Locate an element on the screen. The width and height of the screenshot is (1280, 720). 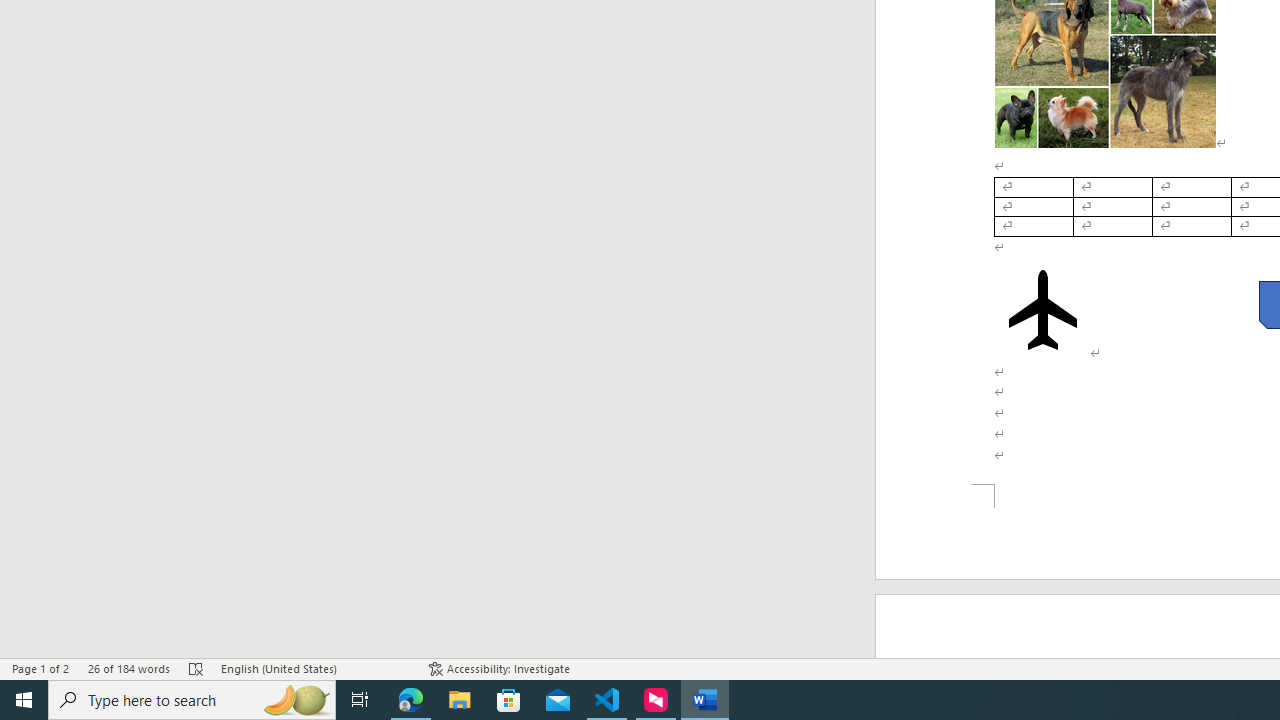
'Spelling and Grammar Check Errors' is located at coordinates (196, 669).